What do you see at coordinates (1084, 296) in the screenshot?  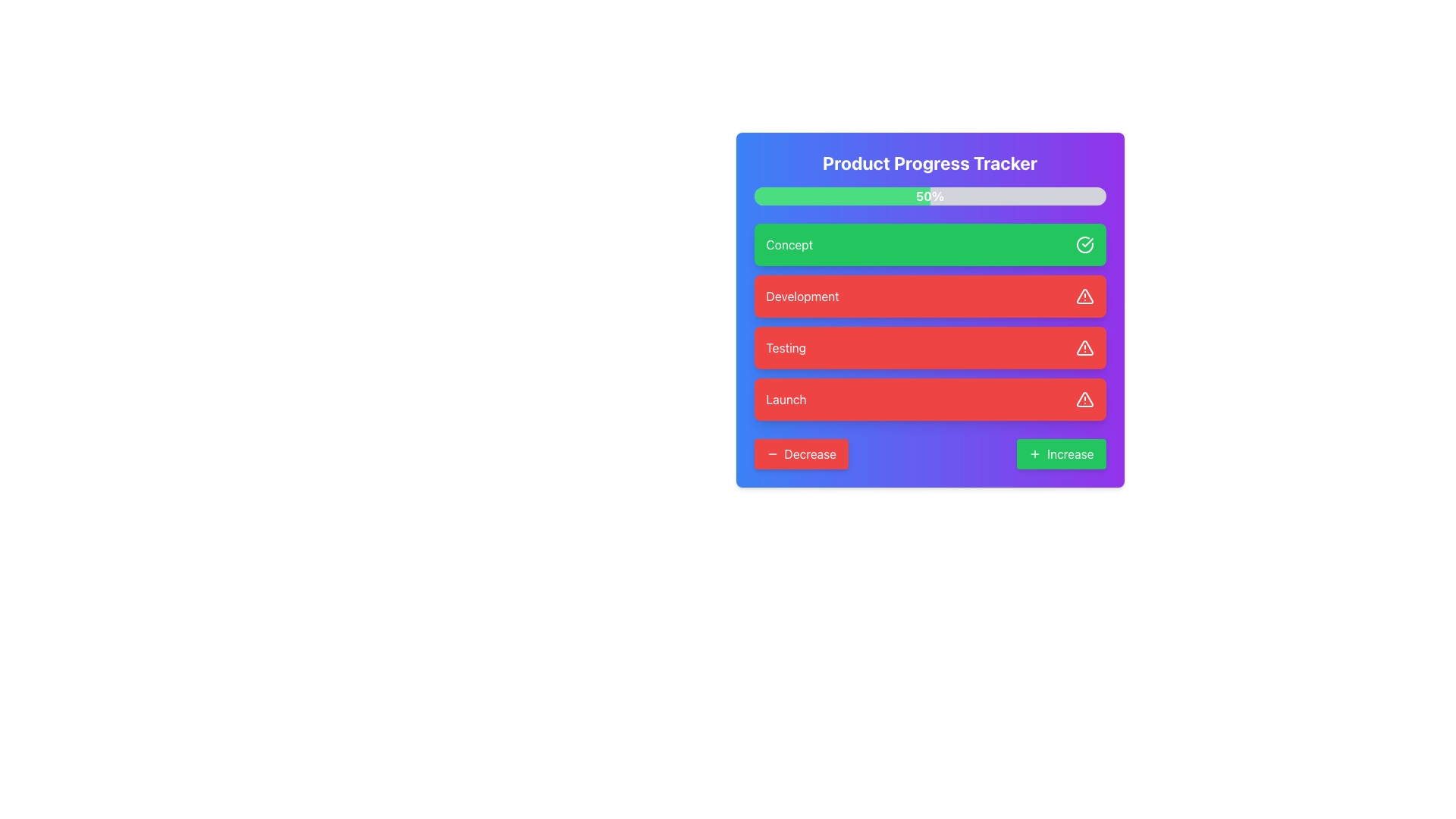 I see `the warning icon indicating an issue in the 'Development' stage of the progress tracker, located near the right end of the development progress bar` at bounding box center [1084, 296].